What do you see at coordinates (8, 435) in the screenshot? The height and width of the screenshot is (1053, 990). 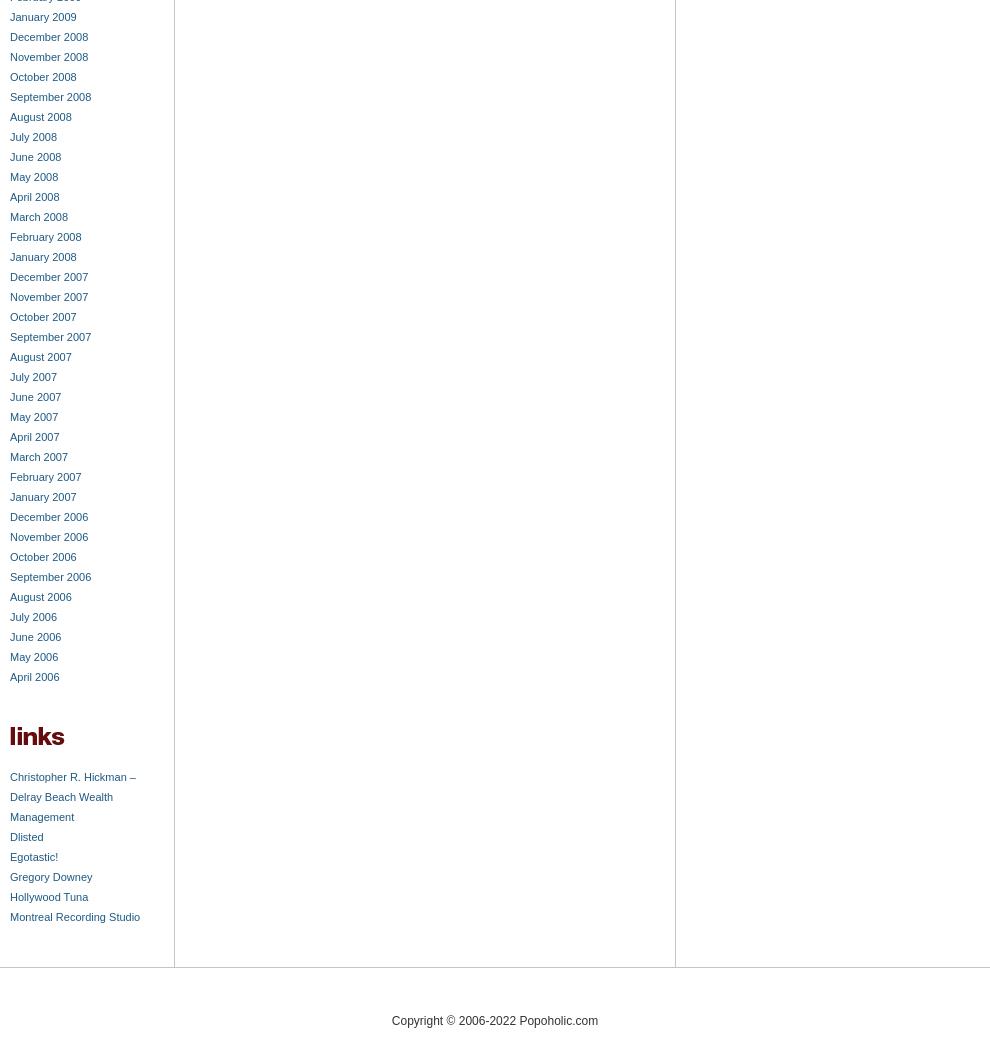 I see `'April 2007'` at bounding box center [8, 435].